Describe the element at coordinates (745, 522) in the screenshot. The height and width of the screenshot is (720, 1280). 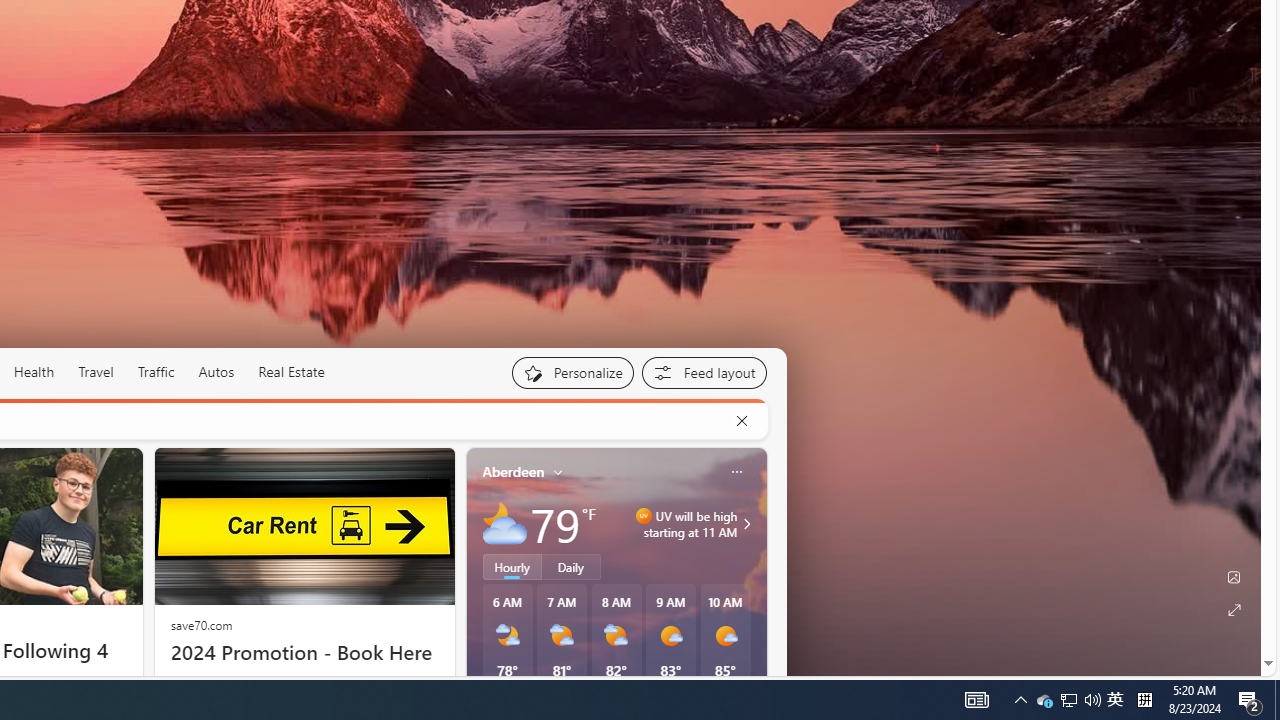
I see `'Class: weather-arrow-glyph'` at that location.